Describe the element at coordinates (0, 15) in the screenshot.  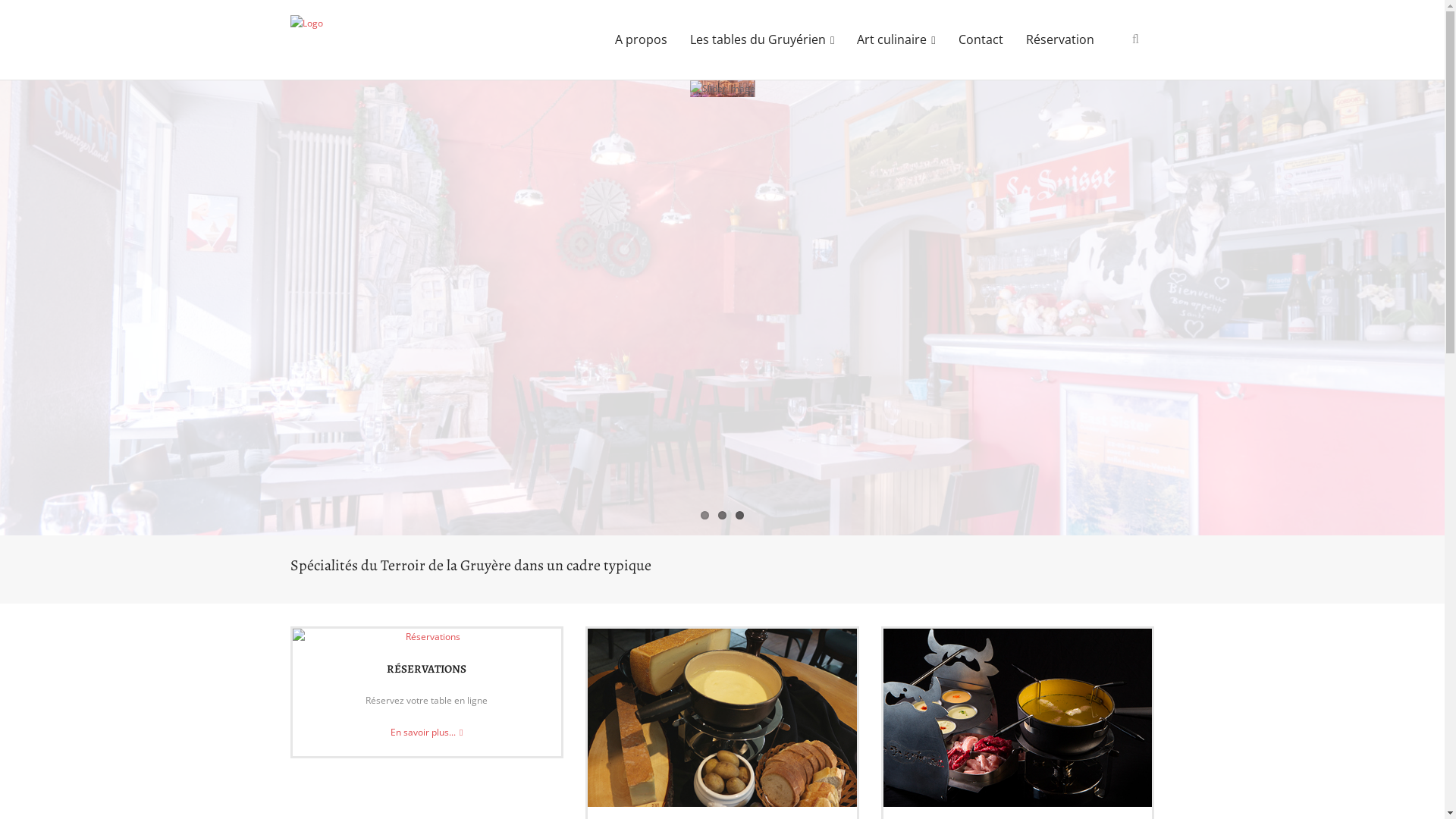
I see `'Search'` at that location.